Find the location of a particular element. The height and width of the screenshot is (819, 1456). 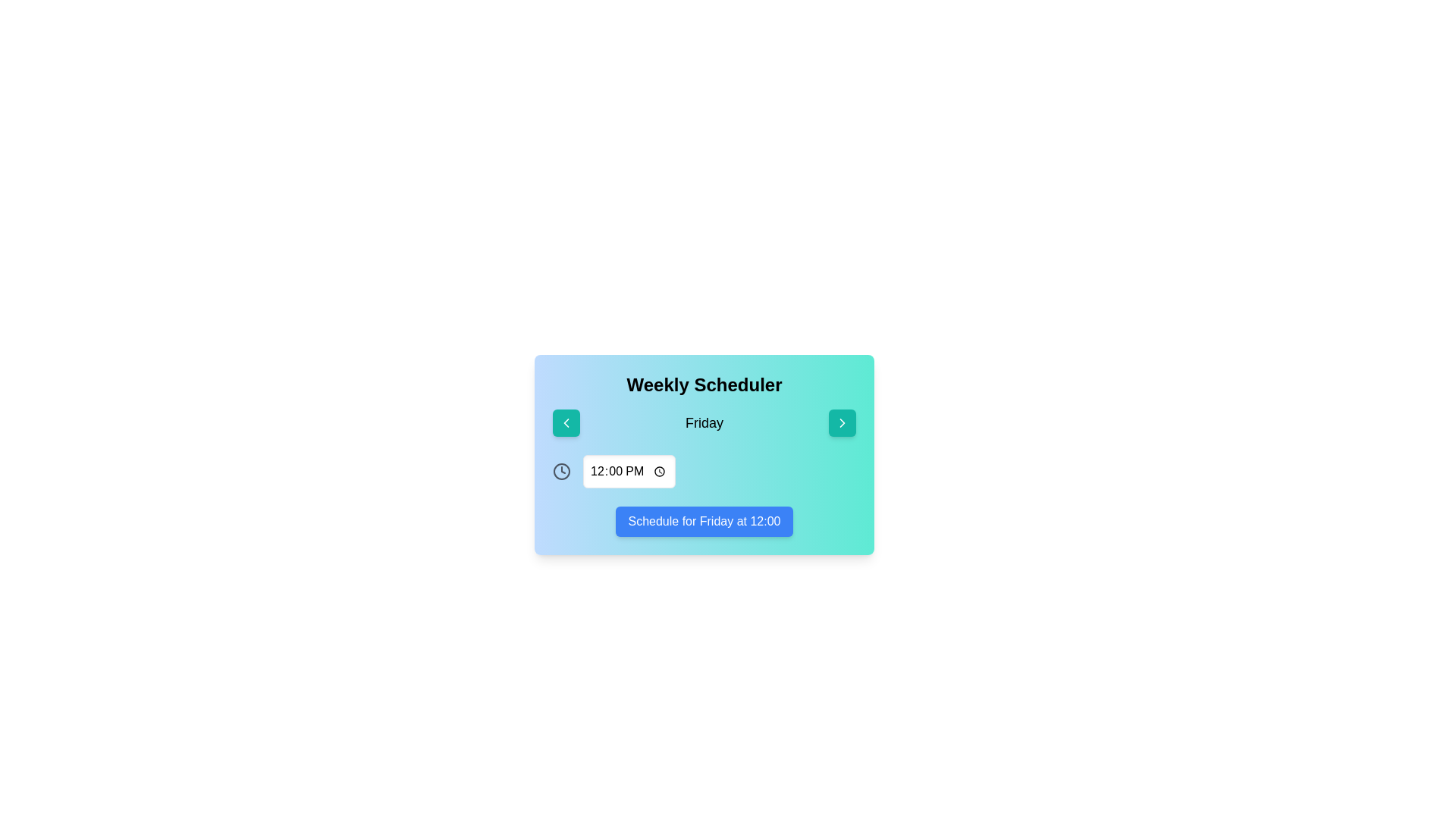

SVG Circle element that is part of the clock icon, located adjacent to the left of the time selection input box in the scheduling interface is located at coordinates (560, 470).